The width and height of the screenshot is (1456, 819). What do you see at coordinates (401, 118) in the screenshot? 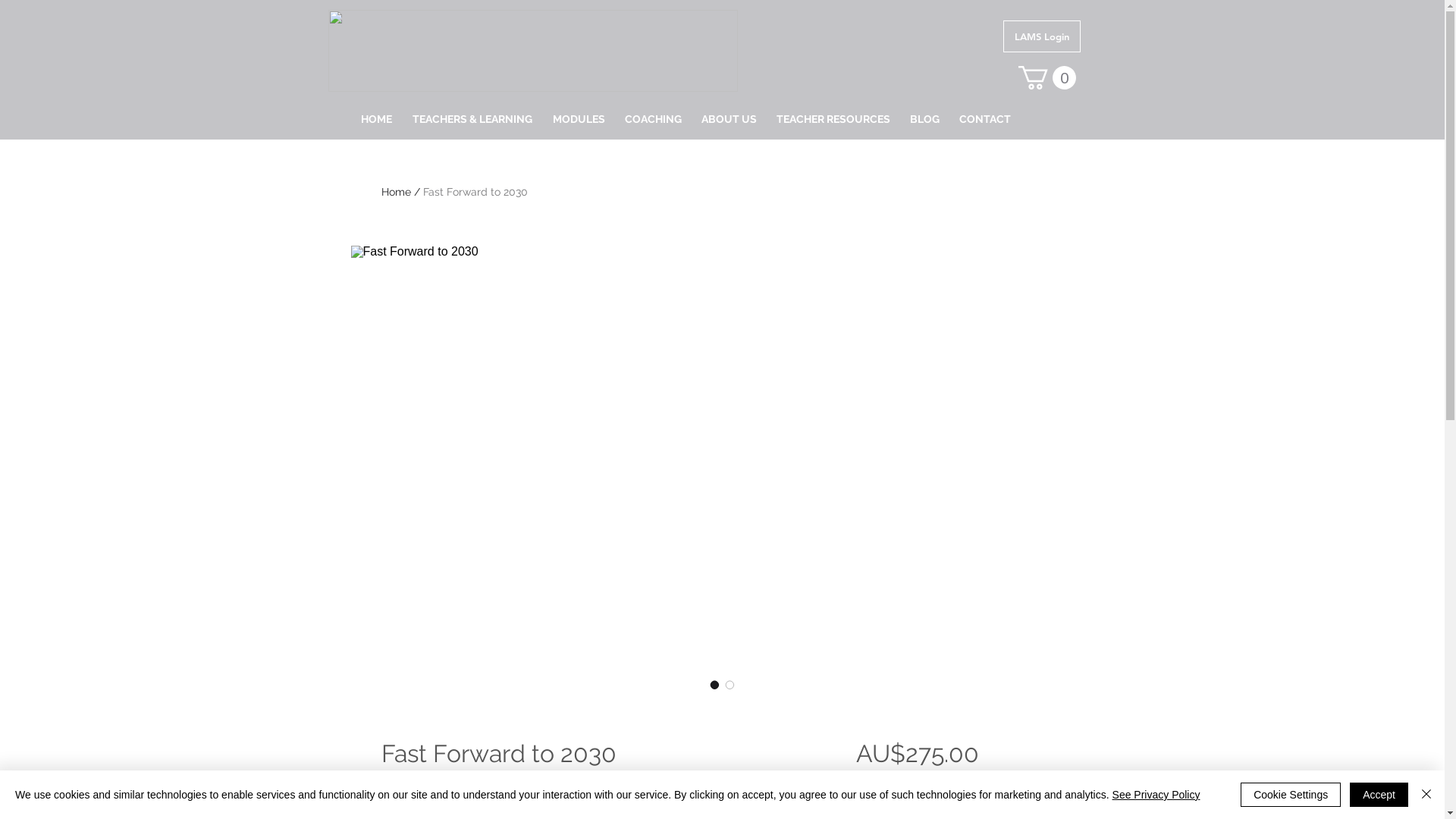
I see `'TEACHERS & LEARNING'` at bounding box center [401, 118].